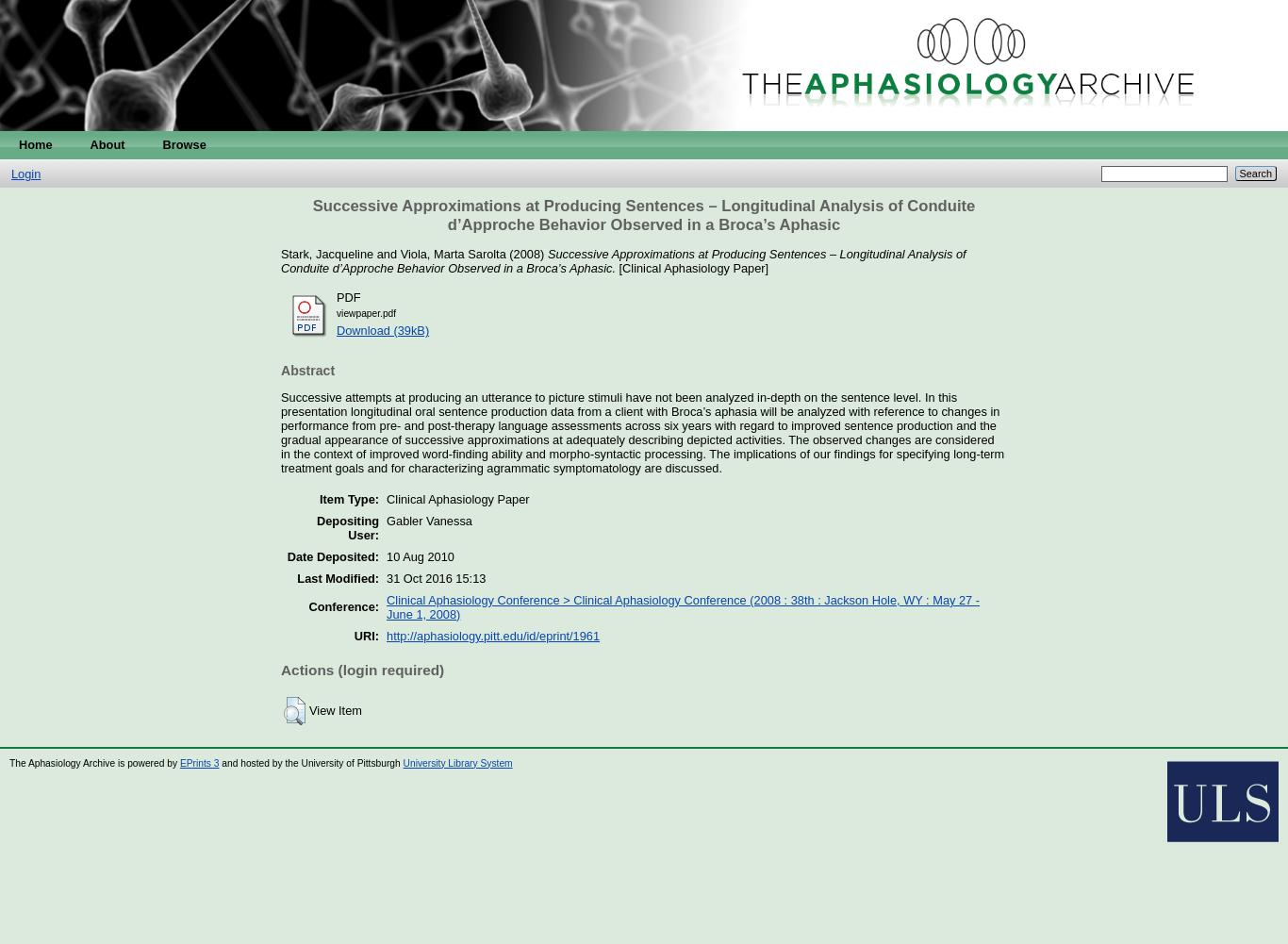  Describe the element at coordinates (385, 253) in the screenshot. I see `'and'` at that location.